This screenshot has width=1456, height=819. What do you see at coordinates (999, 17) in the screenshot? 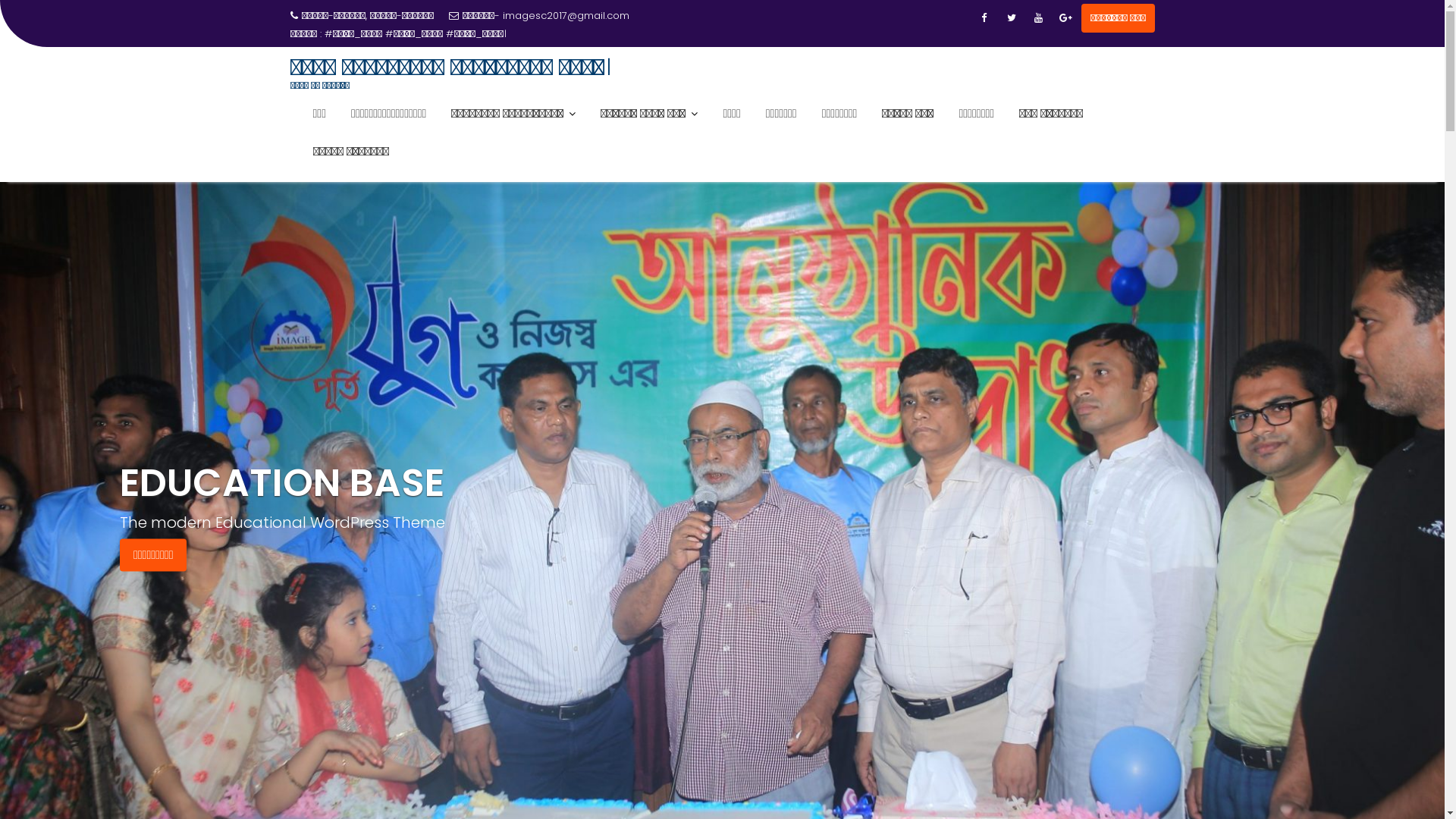
I see `'Twitter'` at bounding box center [999, 17].